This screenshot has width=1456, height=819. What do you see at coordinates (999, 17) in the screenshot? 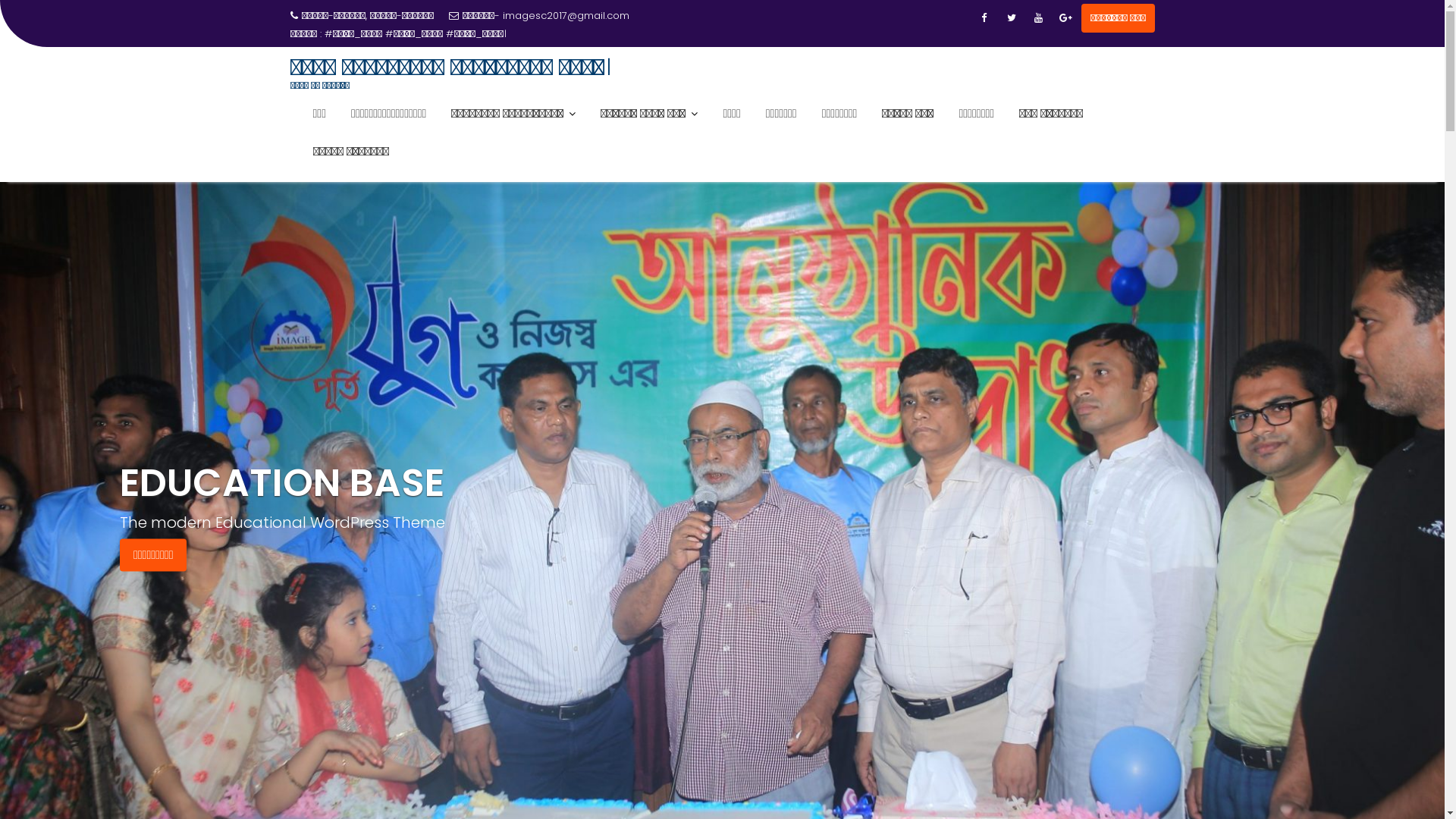
I see `'Twitter'` at bounding box center [999, 17].